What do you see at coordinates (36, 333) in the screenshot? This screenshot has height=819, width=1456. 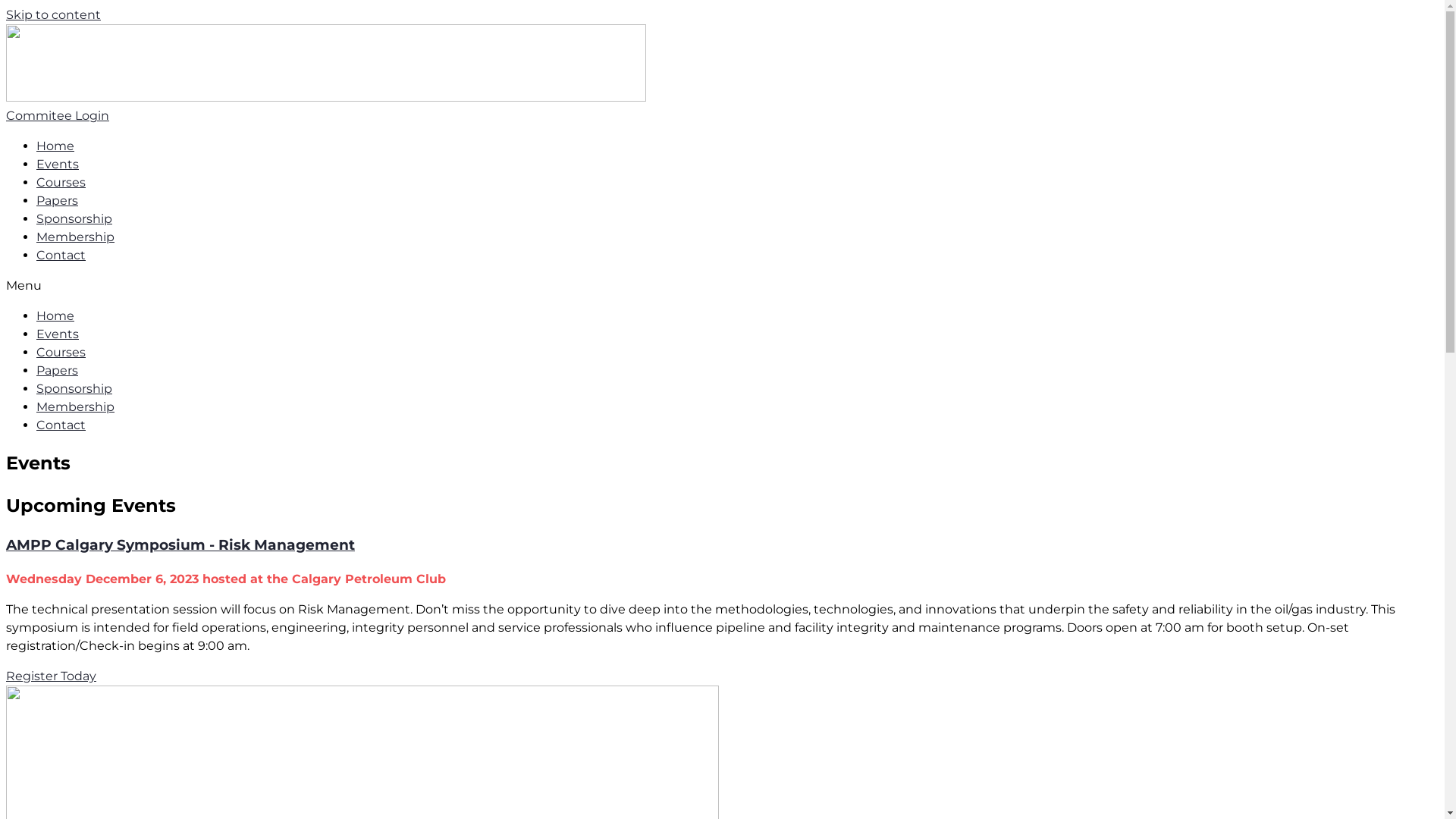 I see `'Events'` at bounding box center [36, 333].